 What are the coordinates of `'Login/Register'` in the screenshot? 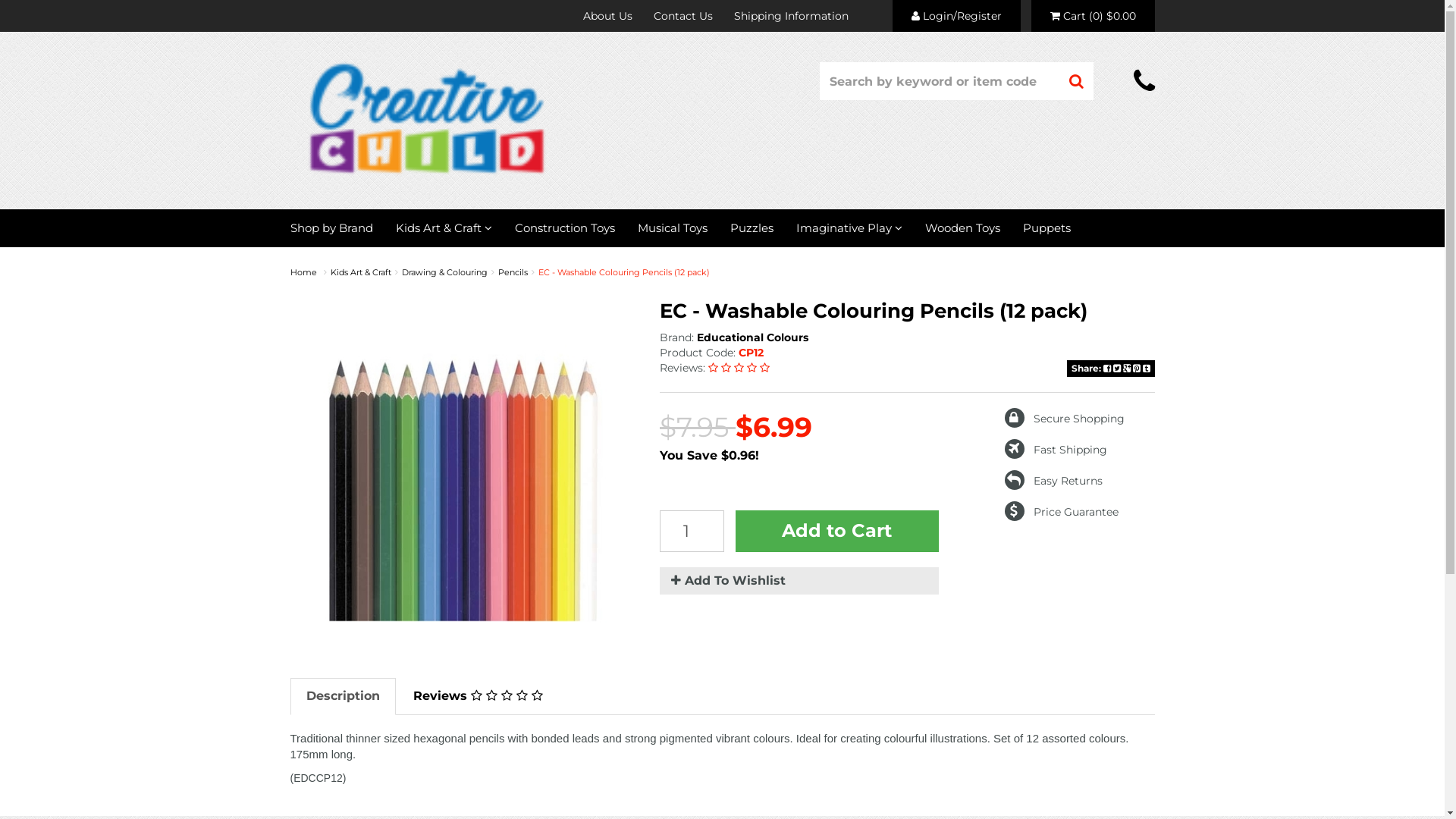 It's located at (892, 15).